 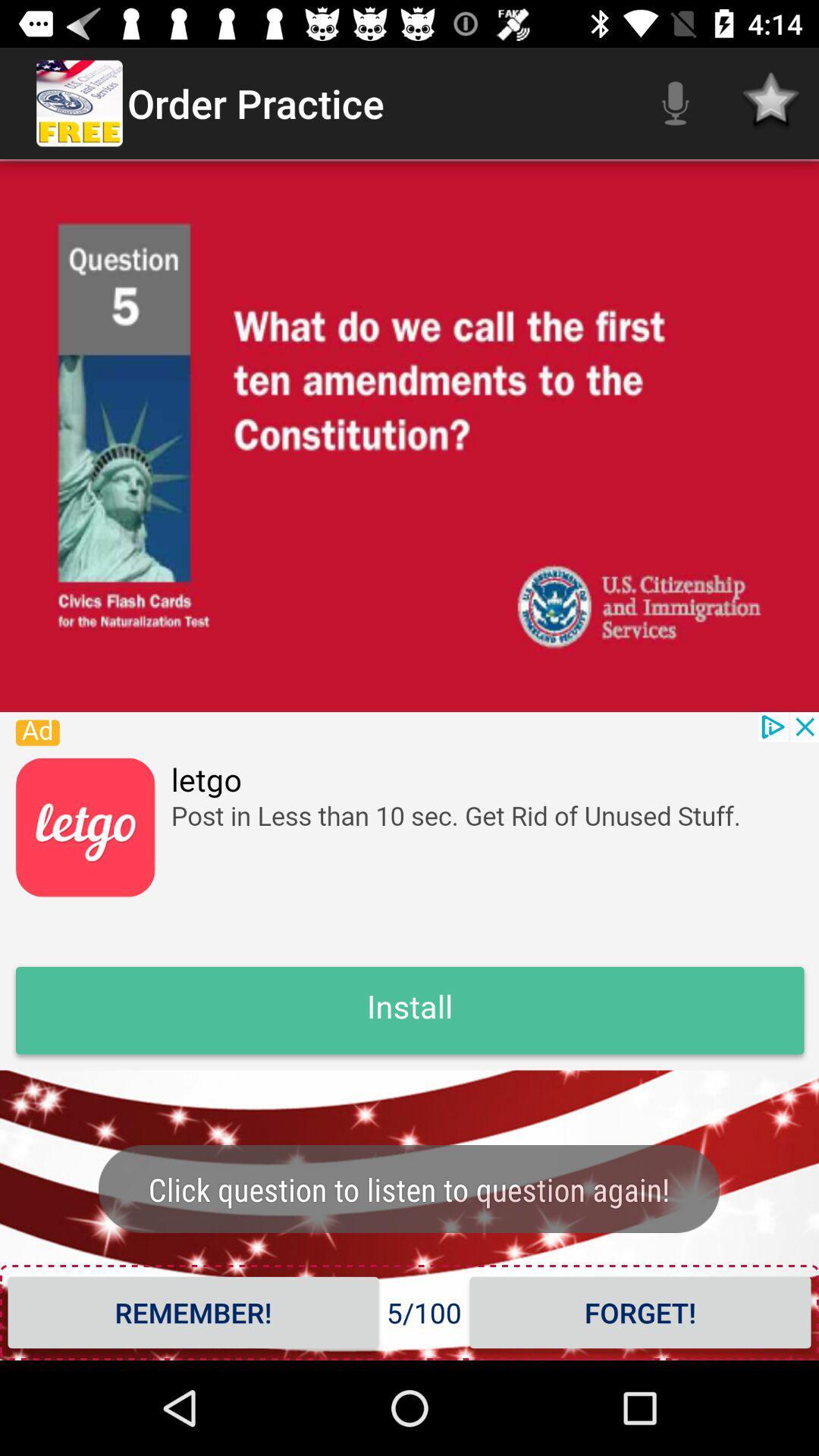 What do you see at coordinates (409, 891) in the screenshot?
I see `open advertisement` at bounding box center [409, 891].